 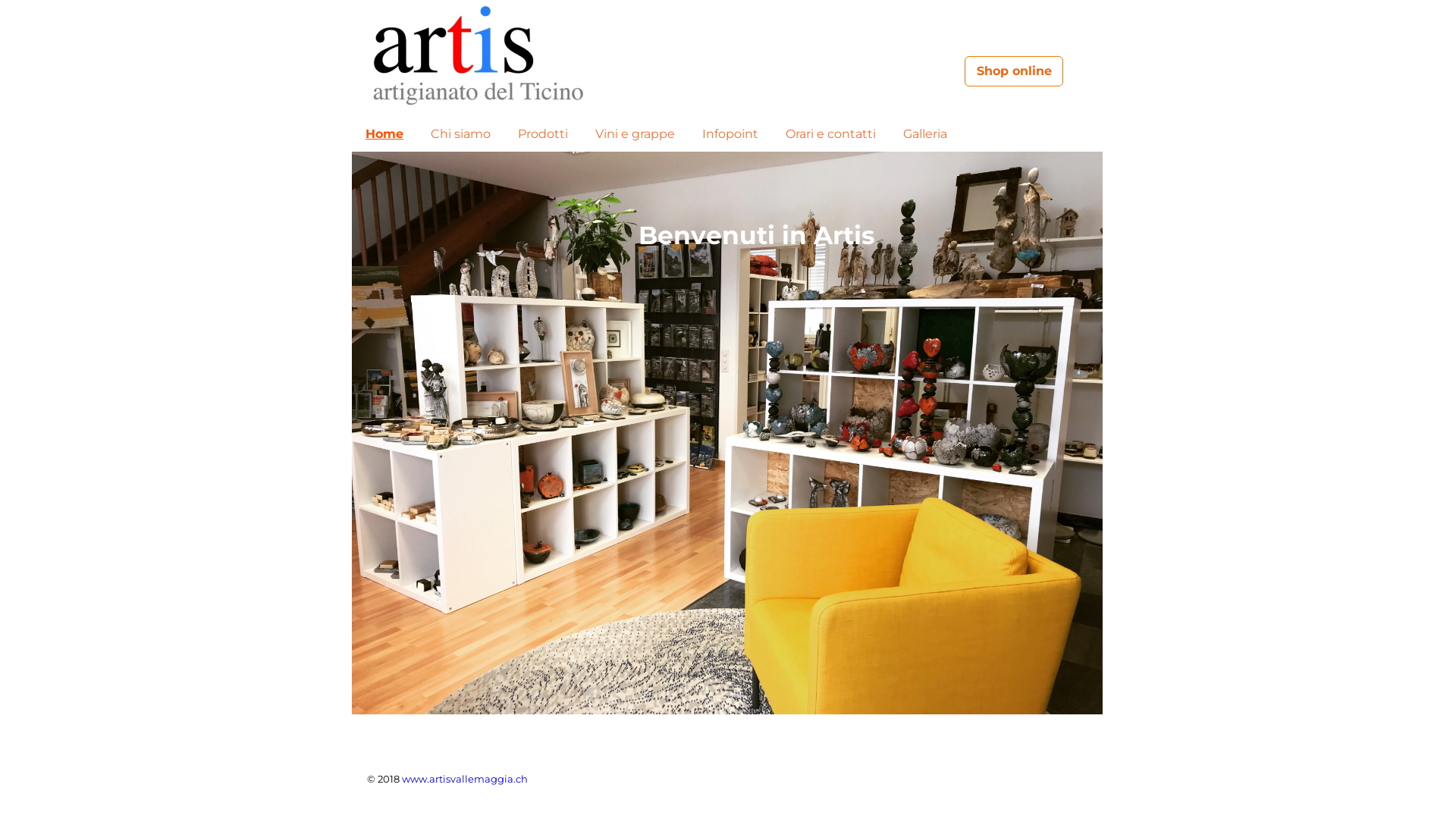 I want to click on 'Chi siamo', so click(x=423, y=133).